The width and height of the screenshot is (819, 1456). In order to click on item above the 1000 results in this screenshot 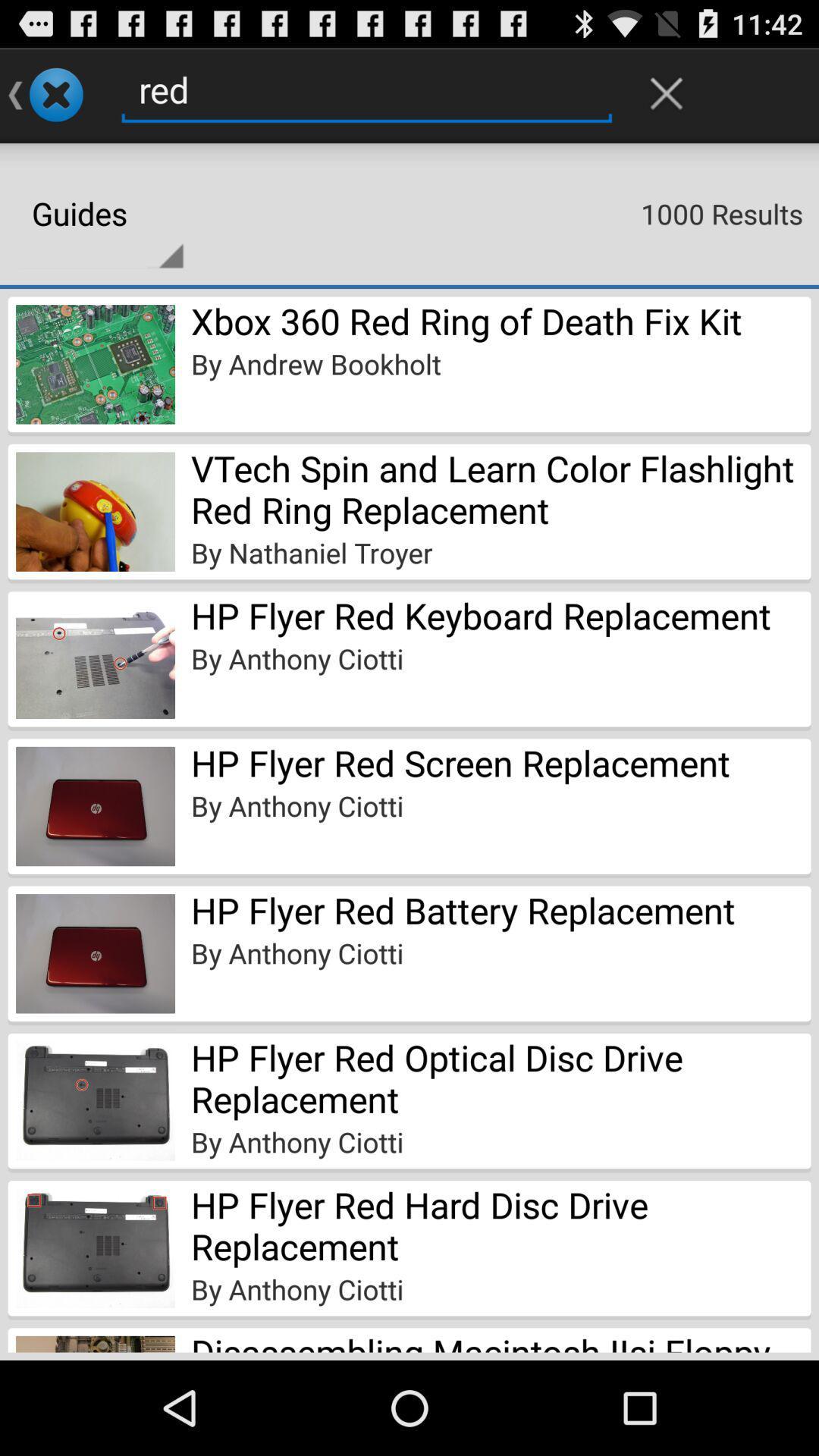, I will do `click(666, 93)`.